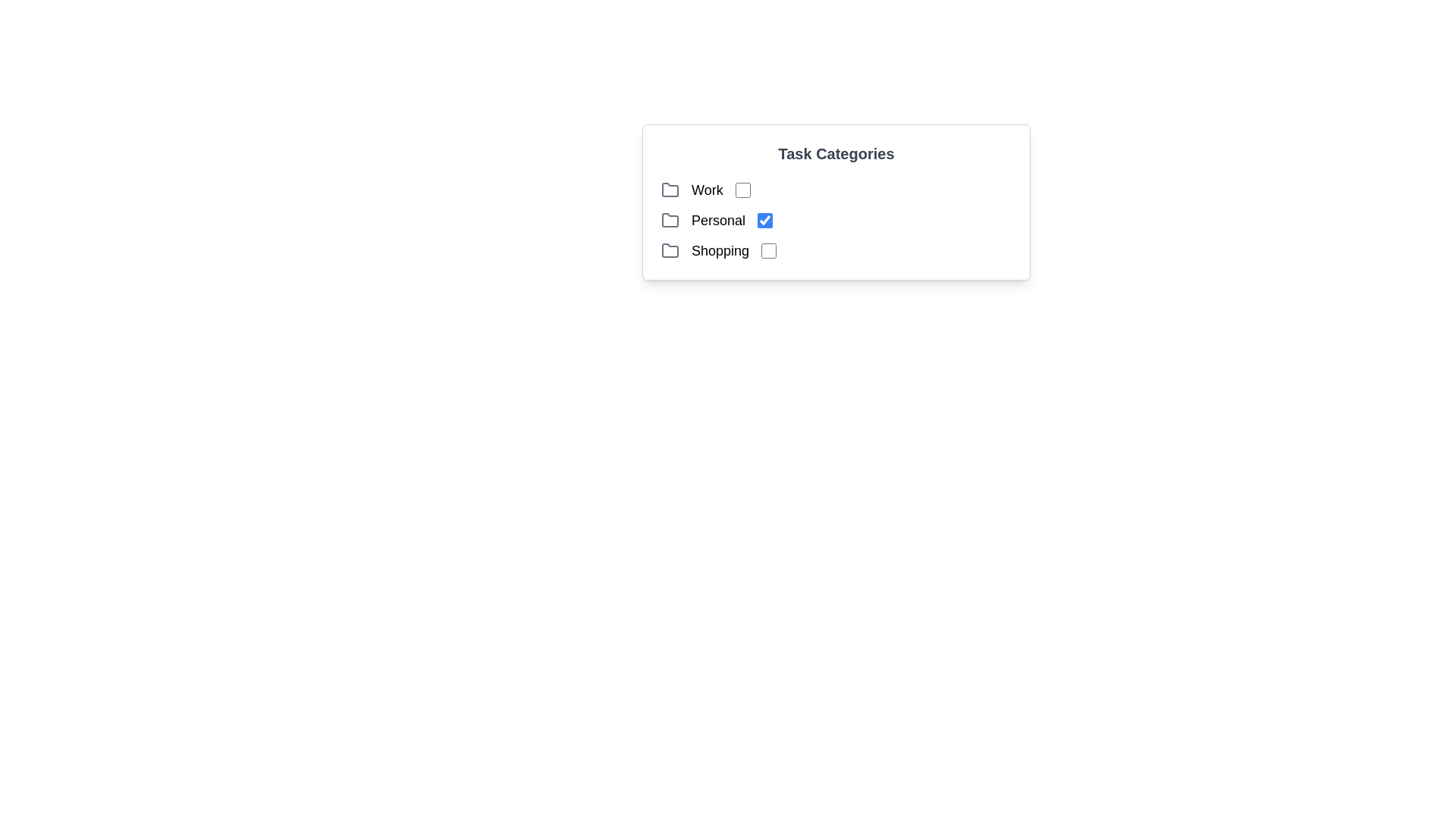 The height and width of the screenshot is (819, 1456). I want to click on the folder icon representing the 'Work' category, which is the first item in a vertical list of folder icons, located to the left of the text label 'Work', so click(669, 189).